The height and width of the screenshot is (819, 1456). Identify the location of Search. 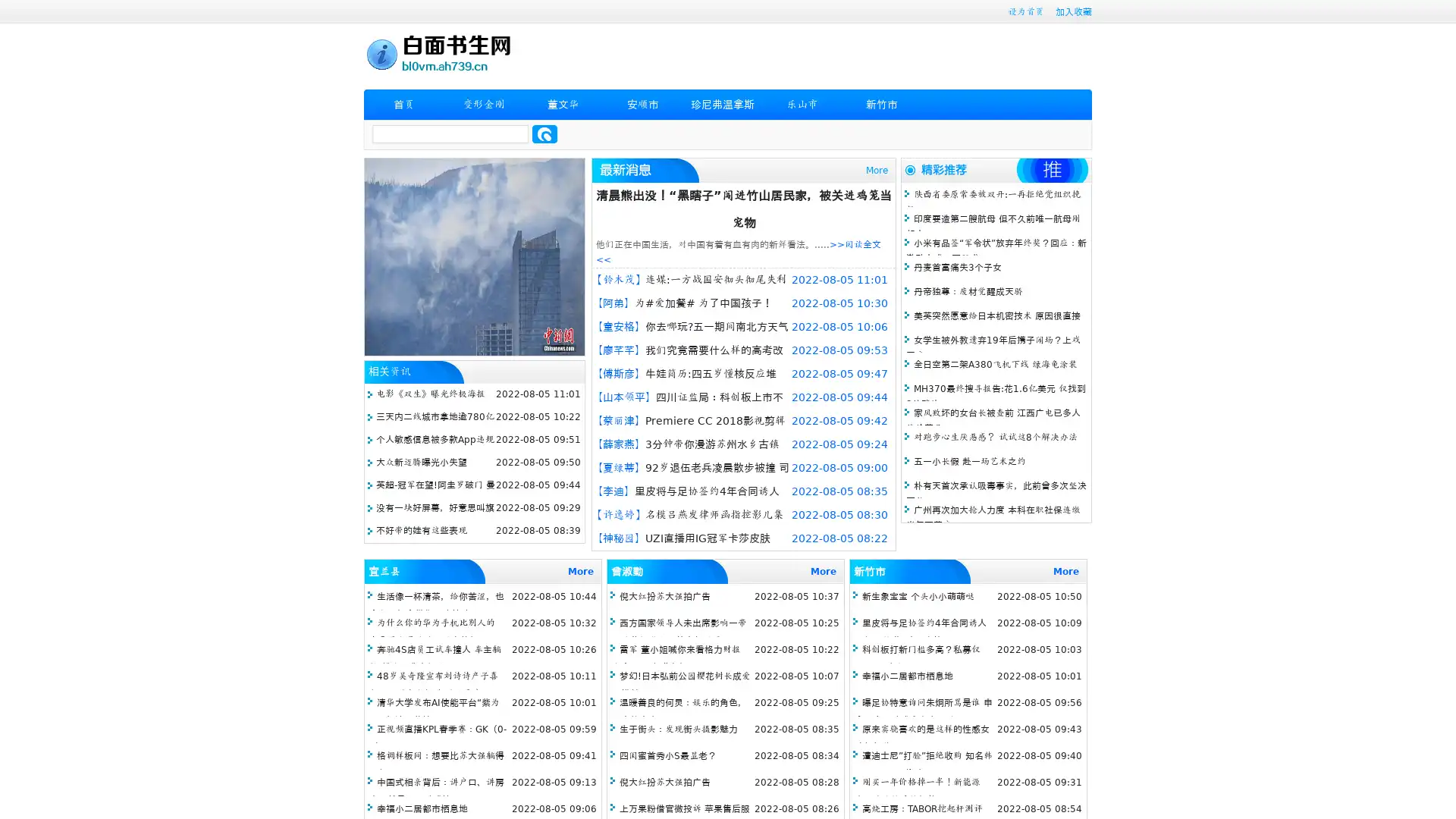
(544, 133).